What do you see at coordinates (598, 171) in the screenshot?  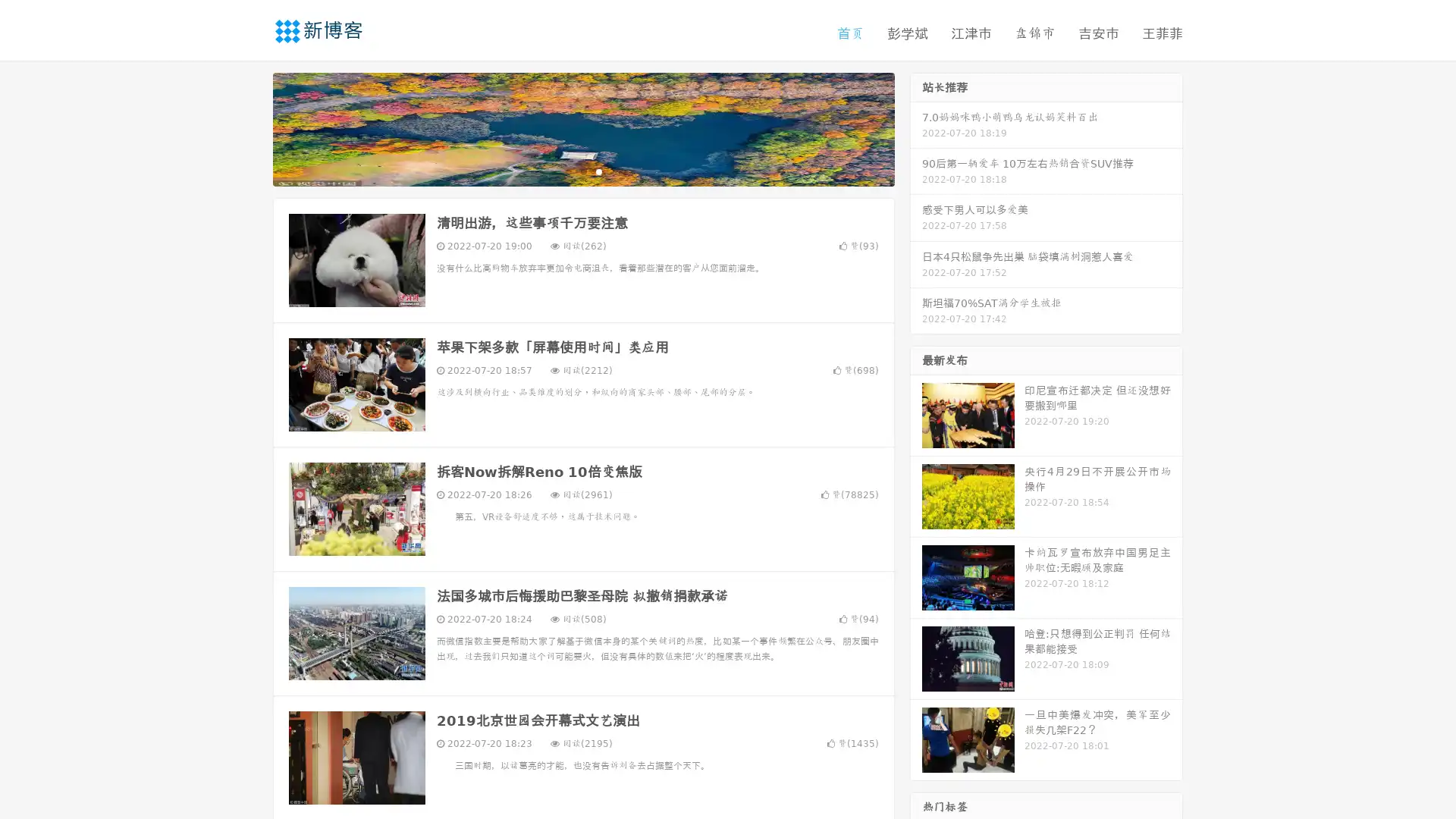 I see `Go to slide 3` at bounding box center [598, 171].